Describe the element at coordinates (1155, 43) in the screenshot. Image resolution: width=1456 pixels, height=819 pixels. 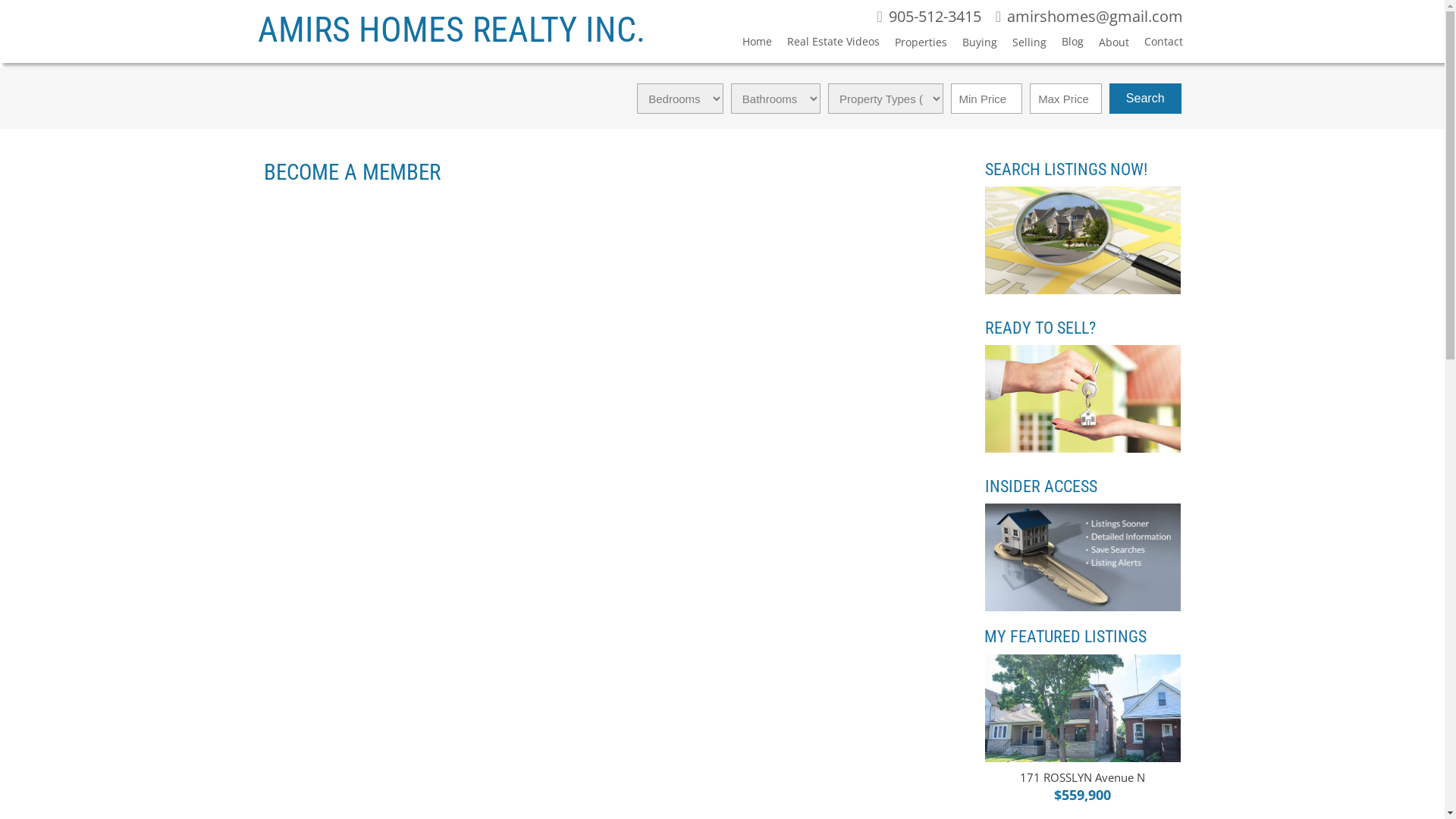
I see `'Contact'` at that location.